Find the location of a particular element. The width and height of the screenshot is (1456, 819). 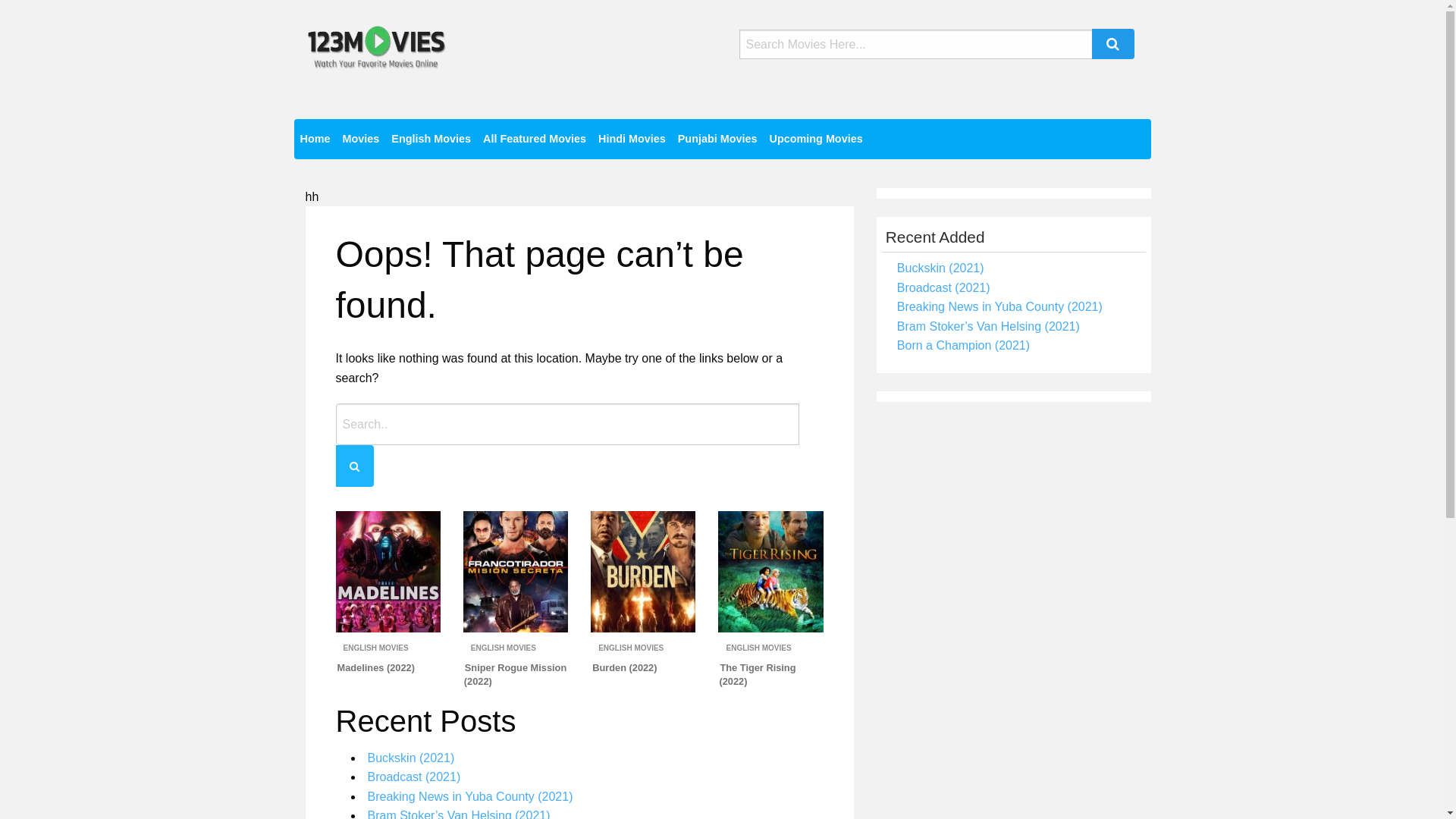

'ENGLISH MOVIES' is located at coordinates (503, 648).